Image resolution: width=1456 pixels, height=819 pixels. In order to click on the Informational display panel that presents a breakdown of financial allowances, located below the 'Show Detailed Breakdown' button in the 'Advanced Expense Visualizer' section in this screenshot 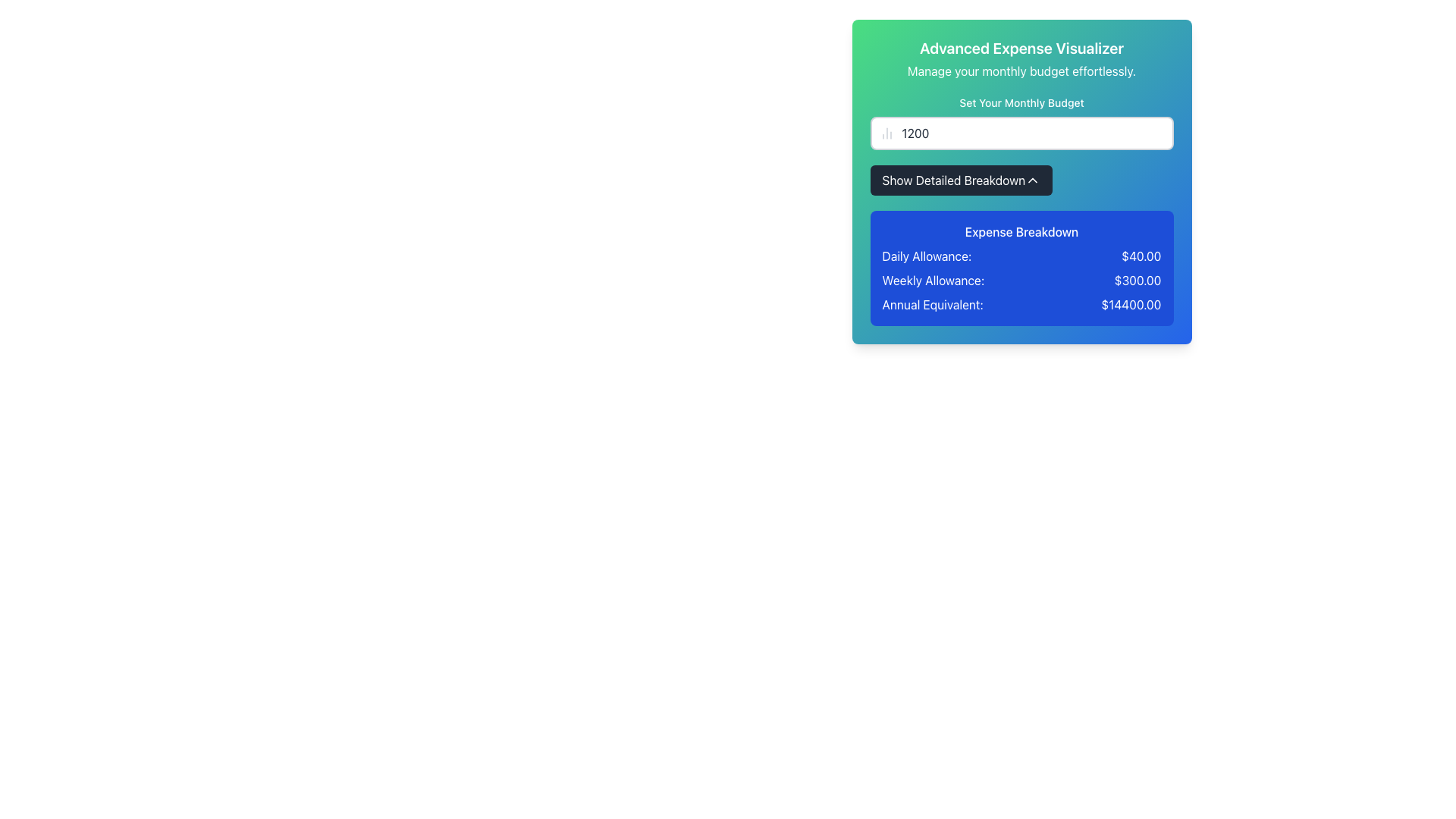, I will do `click(1021, 268)`.